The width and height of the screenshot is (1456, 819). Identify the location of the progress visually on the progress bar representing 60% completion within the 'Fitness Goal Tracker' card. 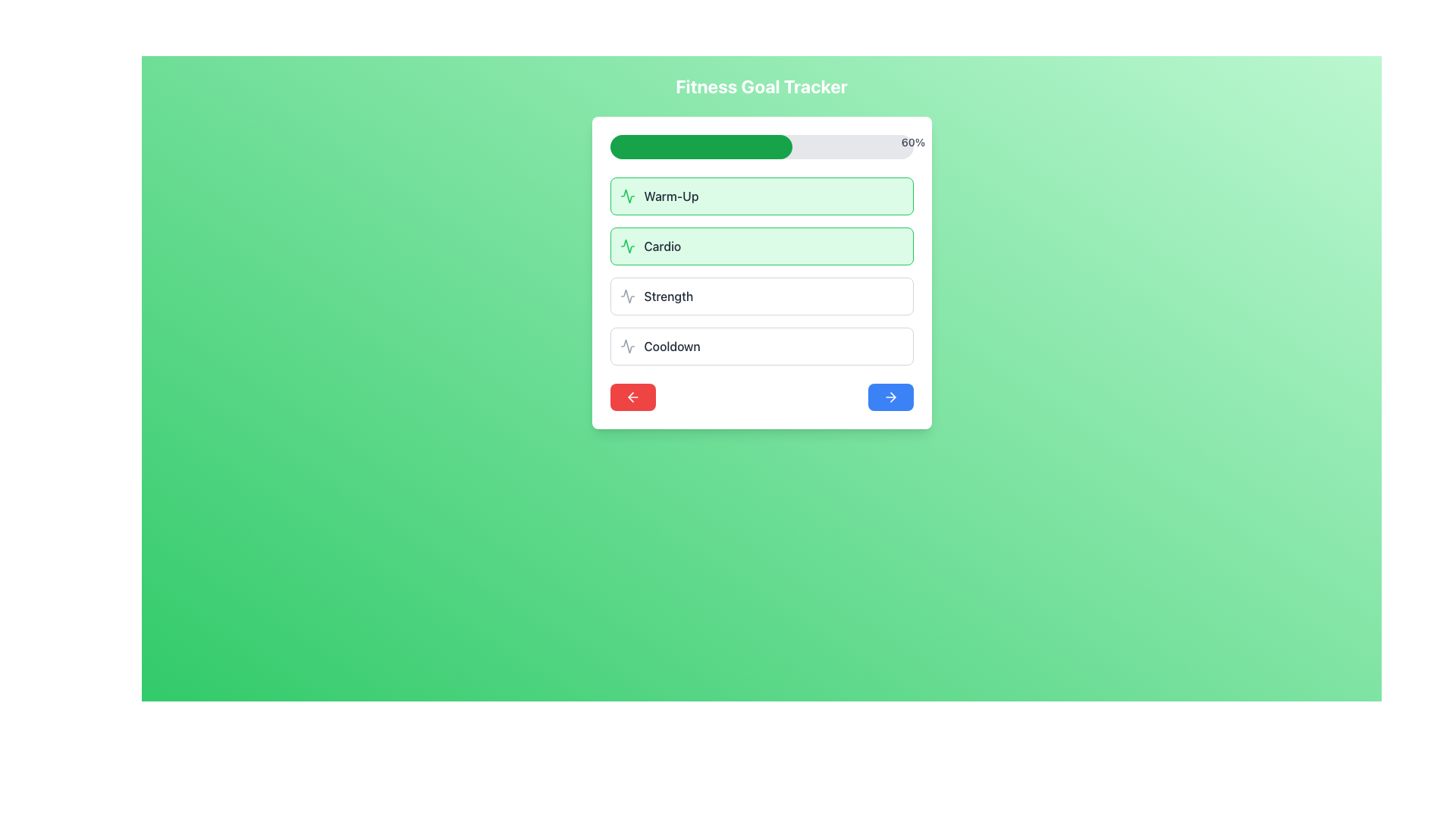
(761, 146).